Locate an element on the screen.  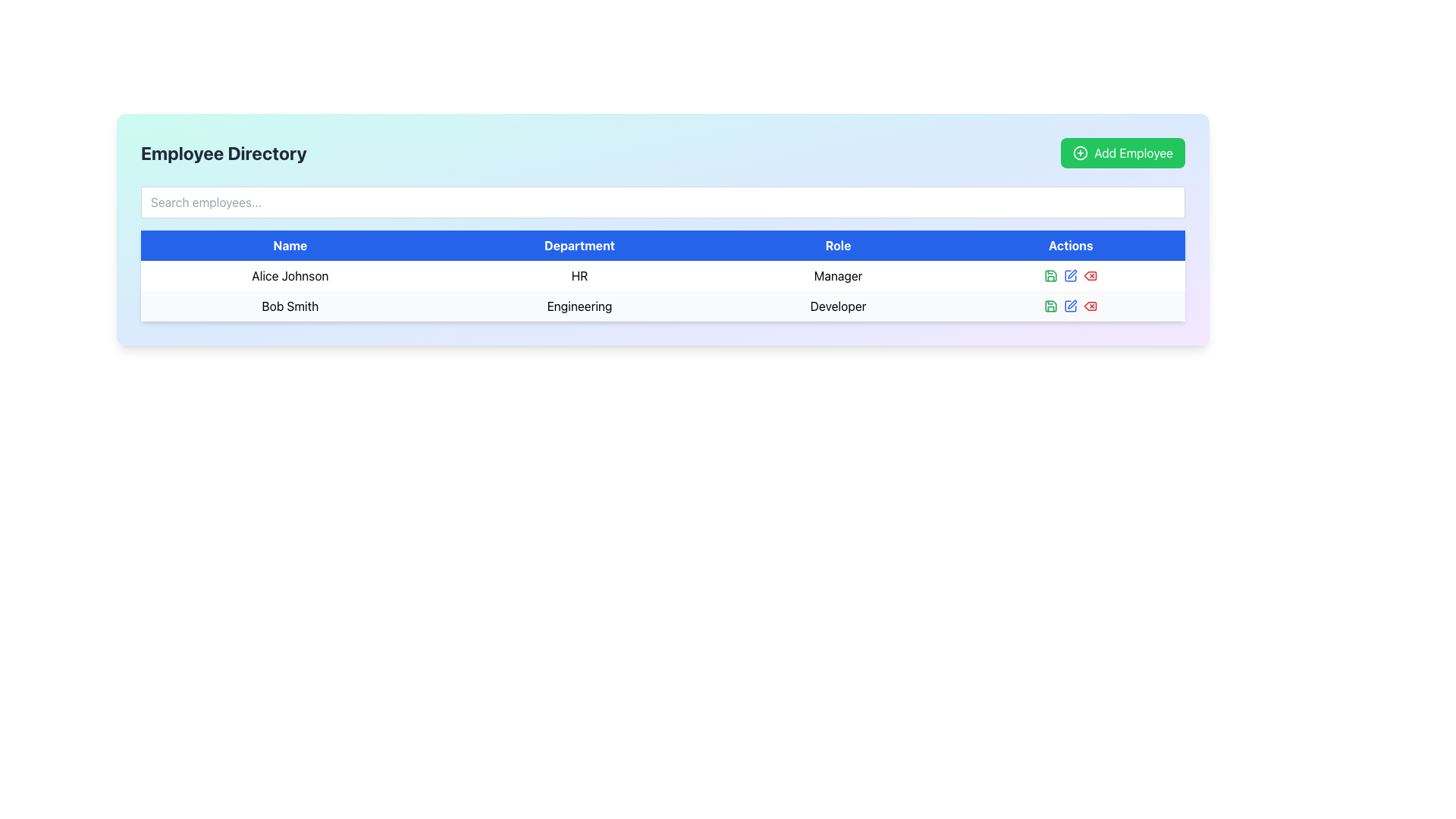
the small red delete icon shaped like a trash can, located under the 'Actions' column in the row for the 'Manager' role is located at coordinates (1090, 275).